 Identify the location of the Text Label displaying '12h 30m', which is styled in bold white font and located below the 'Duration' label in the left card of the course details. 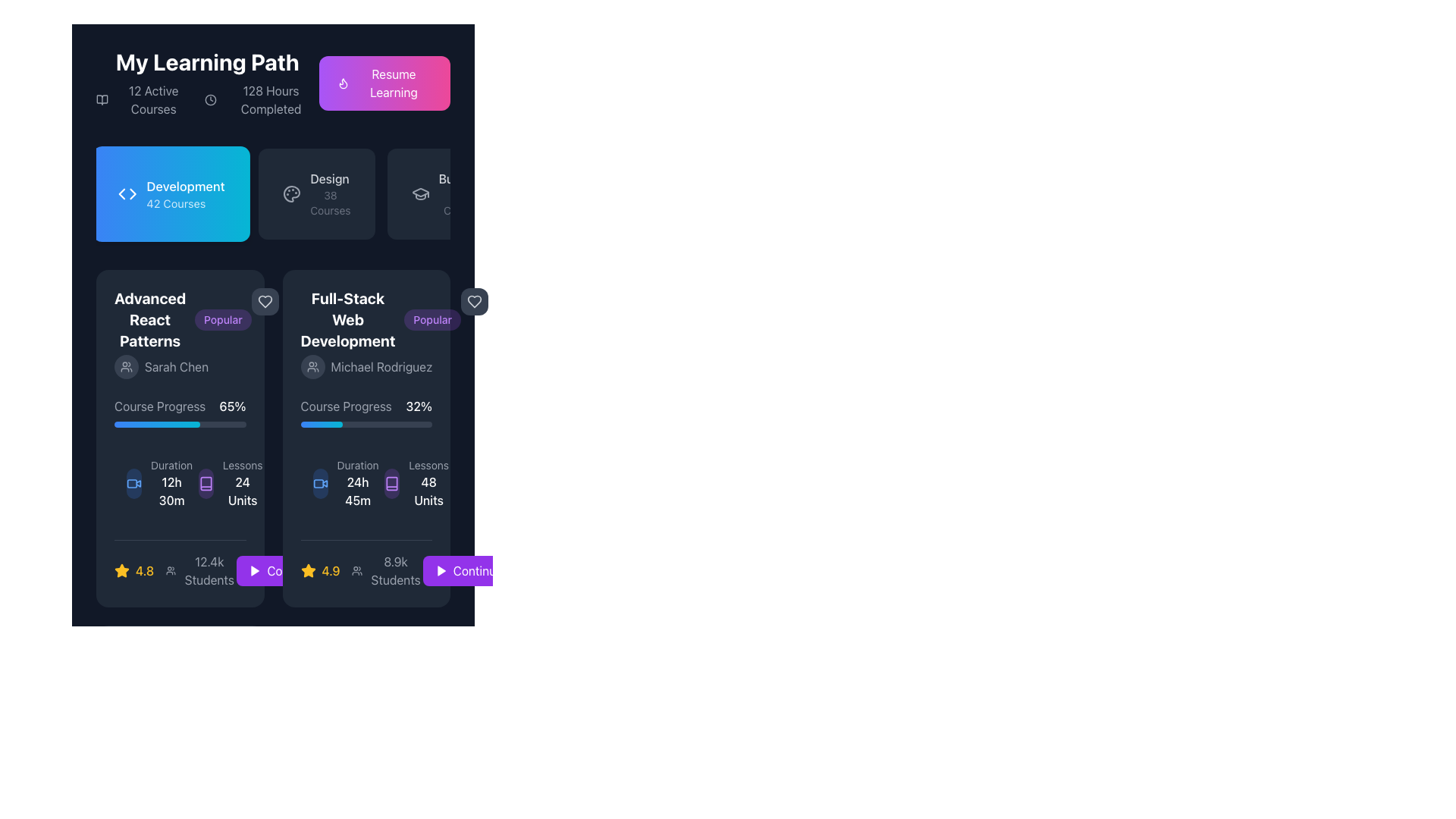
(171, 491).